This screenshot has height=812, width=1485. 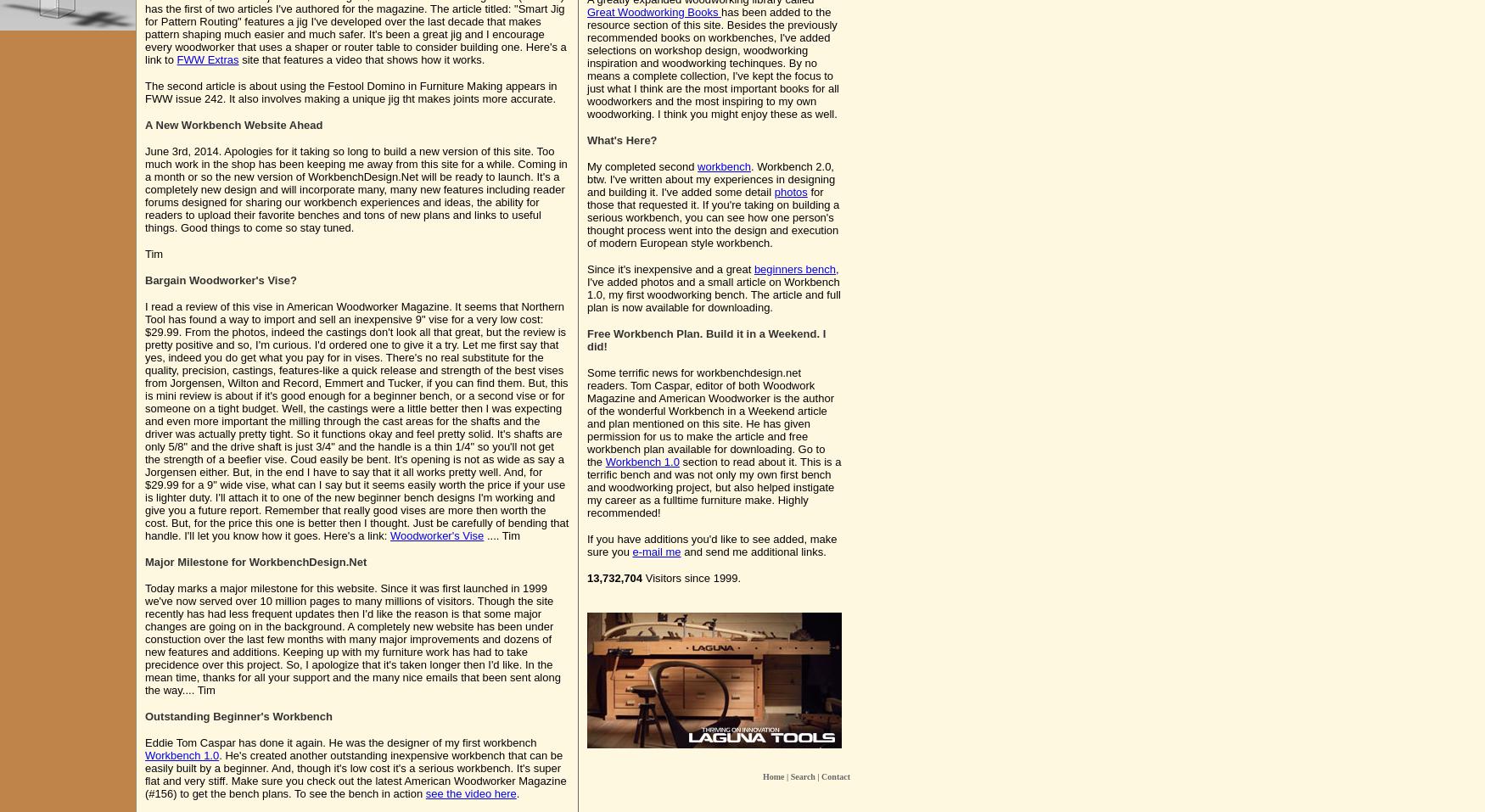 What do you see at coordinates (586, 165) in the screenshot?
I see `'My 
                    completed second'` at bounding box center [586, 165].